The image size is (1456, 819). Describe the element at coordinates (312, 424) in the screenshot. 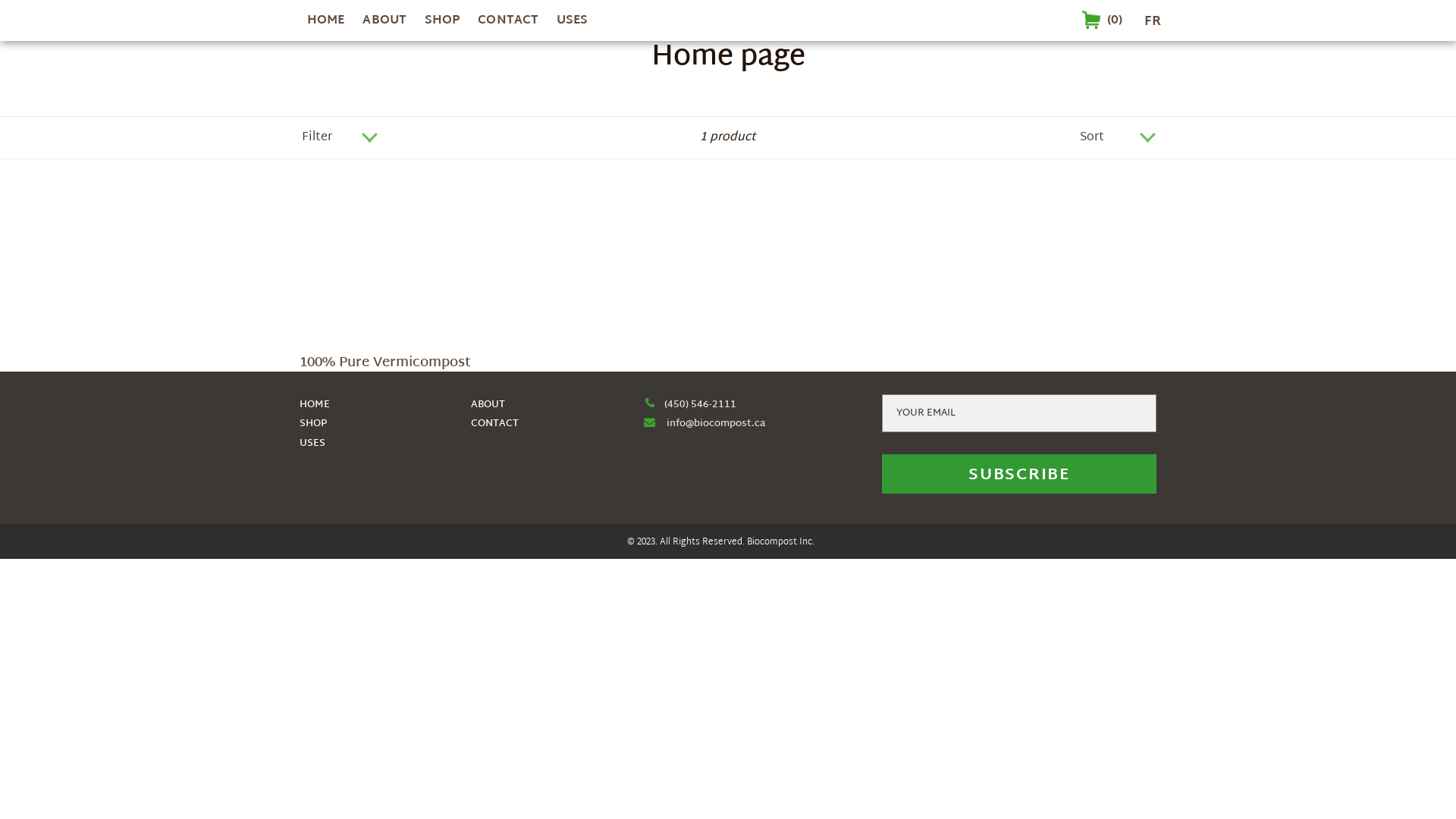

I see `'SHOP'` at that location.